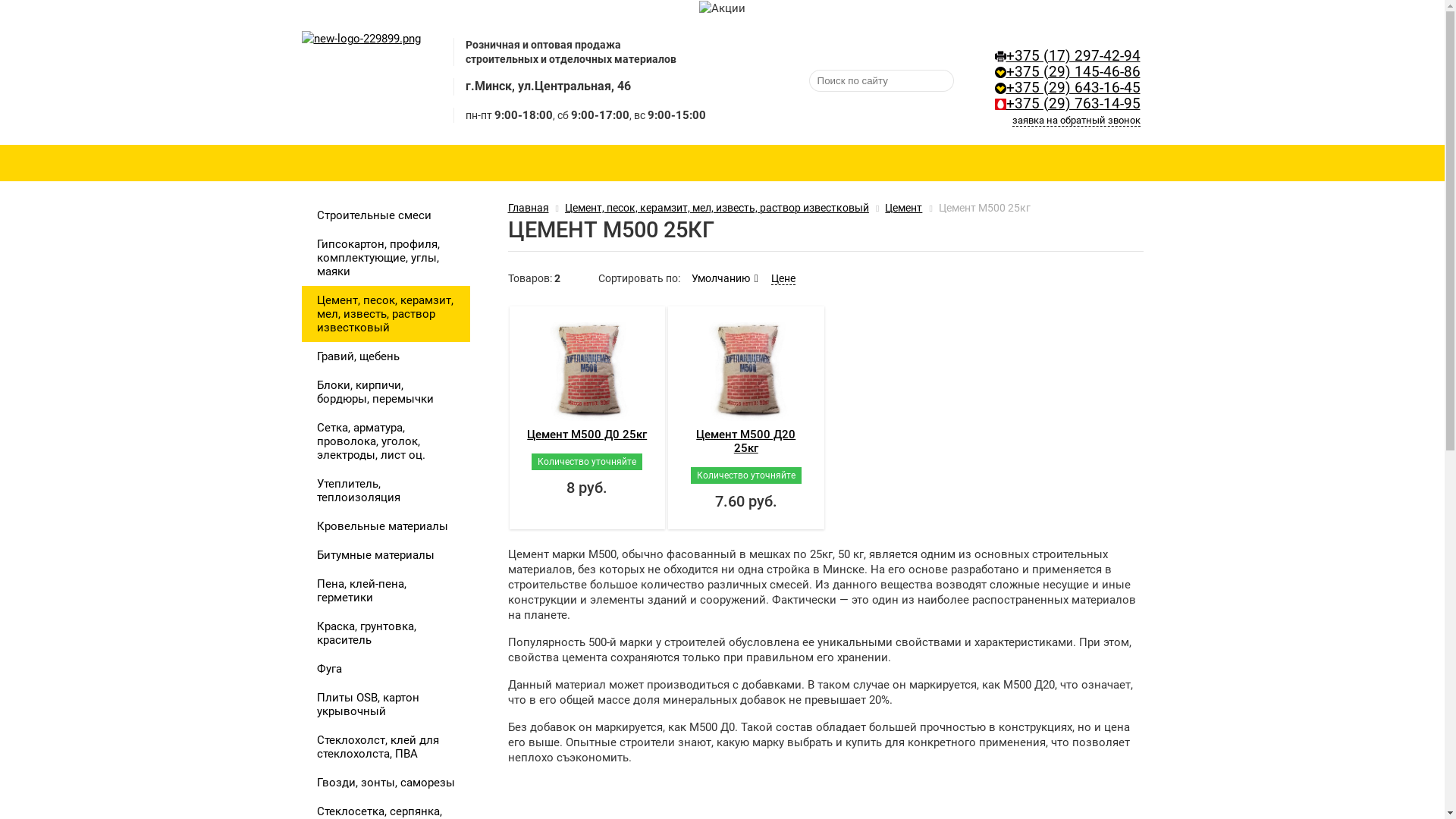 The width and height of the screenshot is (1456, 819). What do you see at coordinates (1072, 87) in the screenshot?
I see `'+375 (29) 643-16-45'` at bounding box center [1072, 87].